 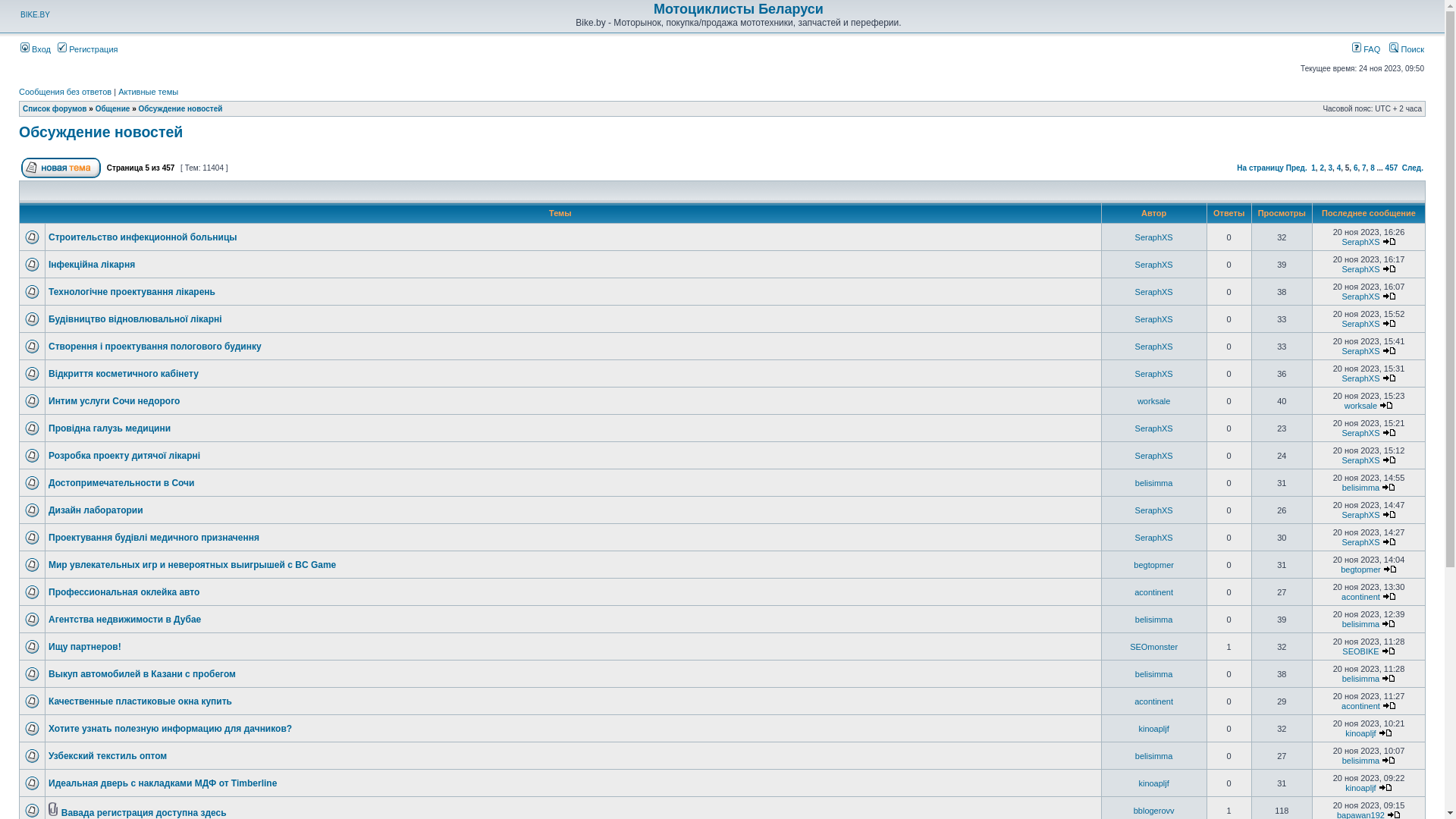 What do you see at coordinates (1153, 809) in the screenshot?
I see `'bblogerovv'` at bounding box center [1153, 809].